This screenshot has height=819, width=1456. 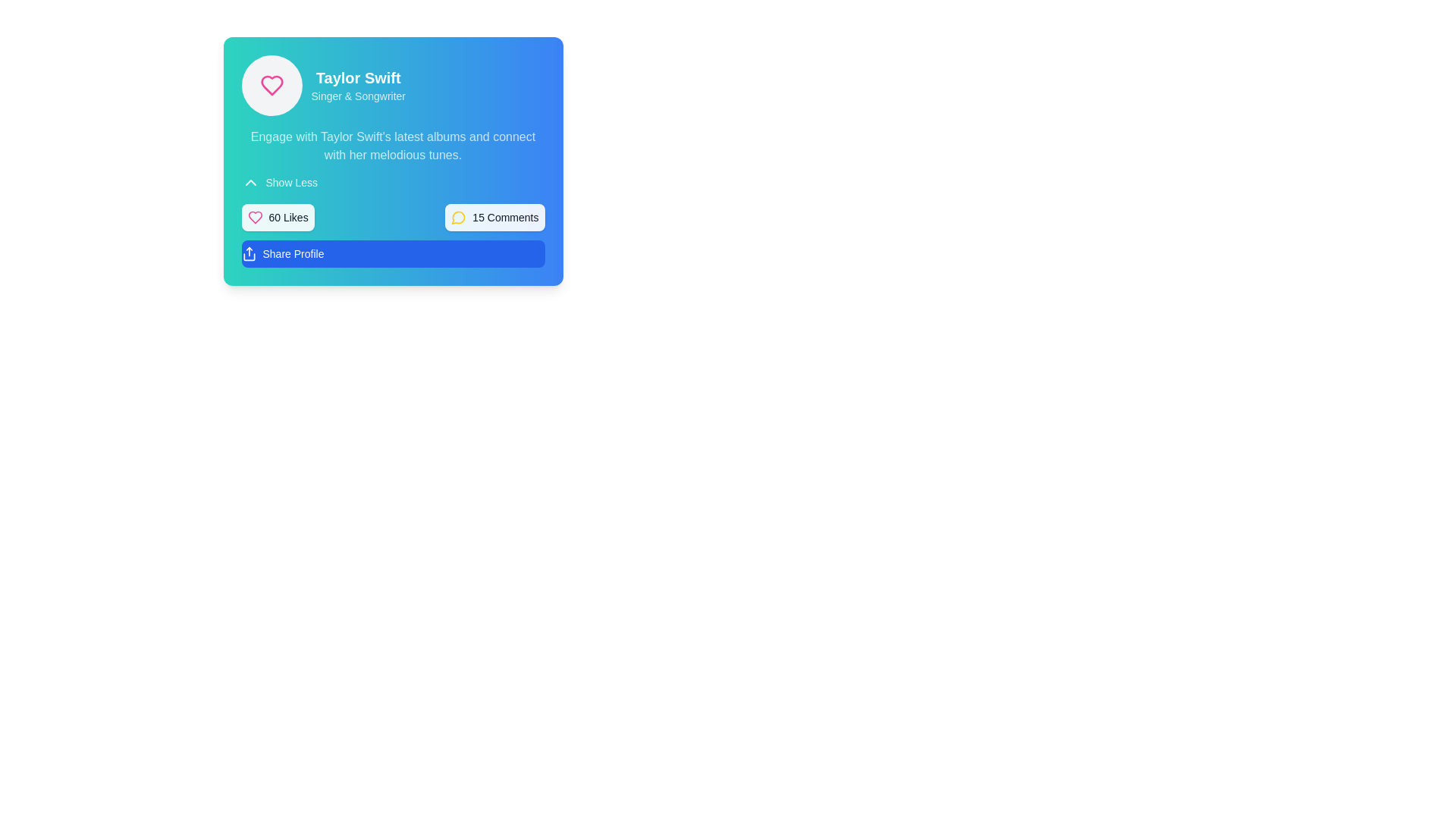 I want to click on the text label representing the title or name tag located at the upper-left section of the blue gradient card component, so click(x=357, y=78).